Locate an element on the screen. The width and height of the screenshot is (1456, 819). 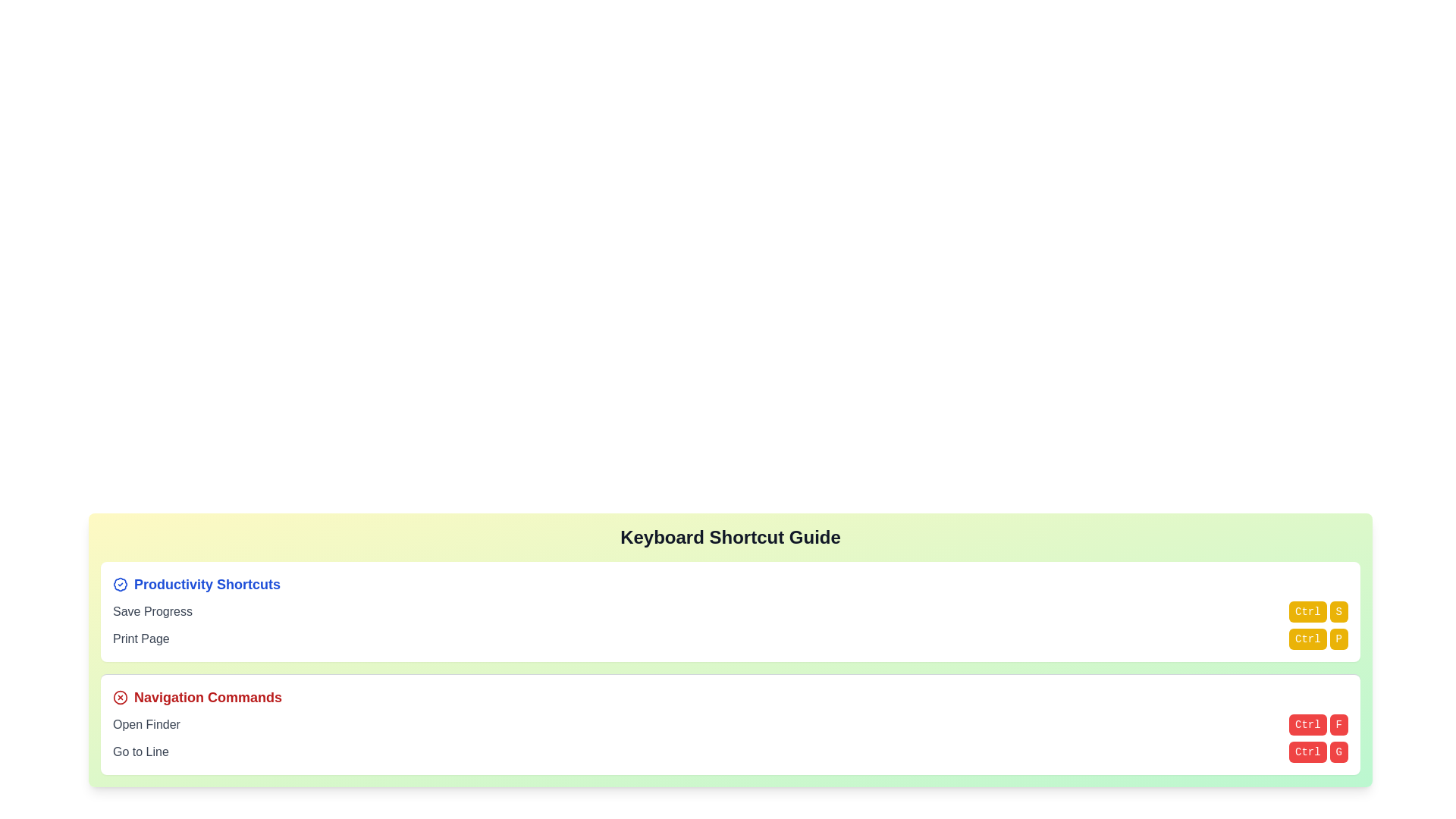
the Text Label in the 'Productivity Shortcuts' section that identifies the associated shortcut action for saving progress, positioned above 'Print Page' is located at coordinates (152, 610).